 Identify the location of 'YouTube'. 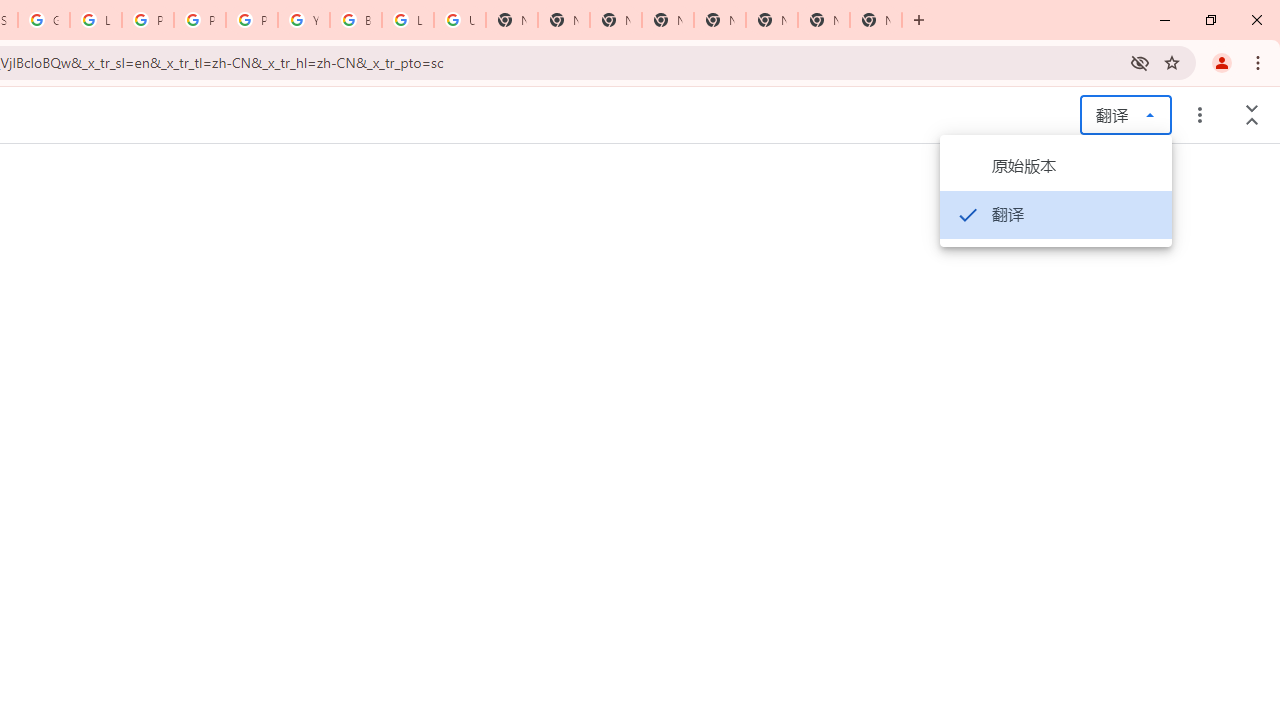
(303, 20).